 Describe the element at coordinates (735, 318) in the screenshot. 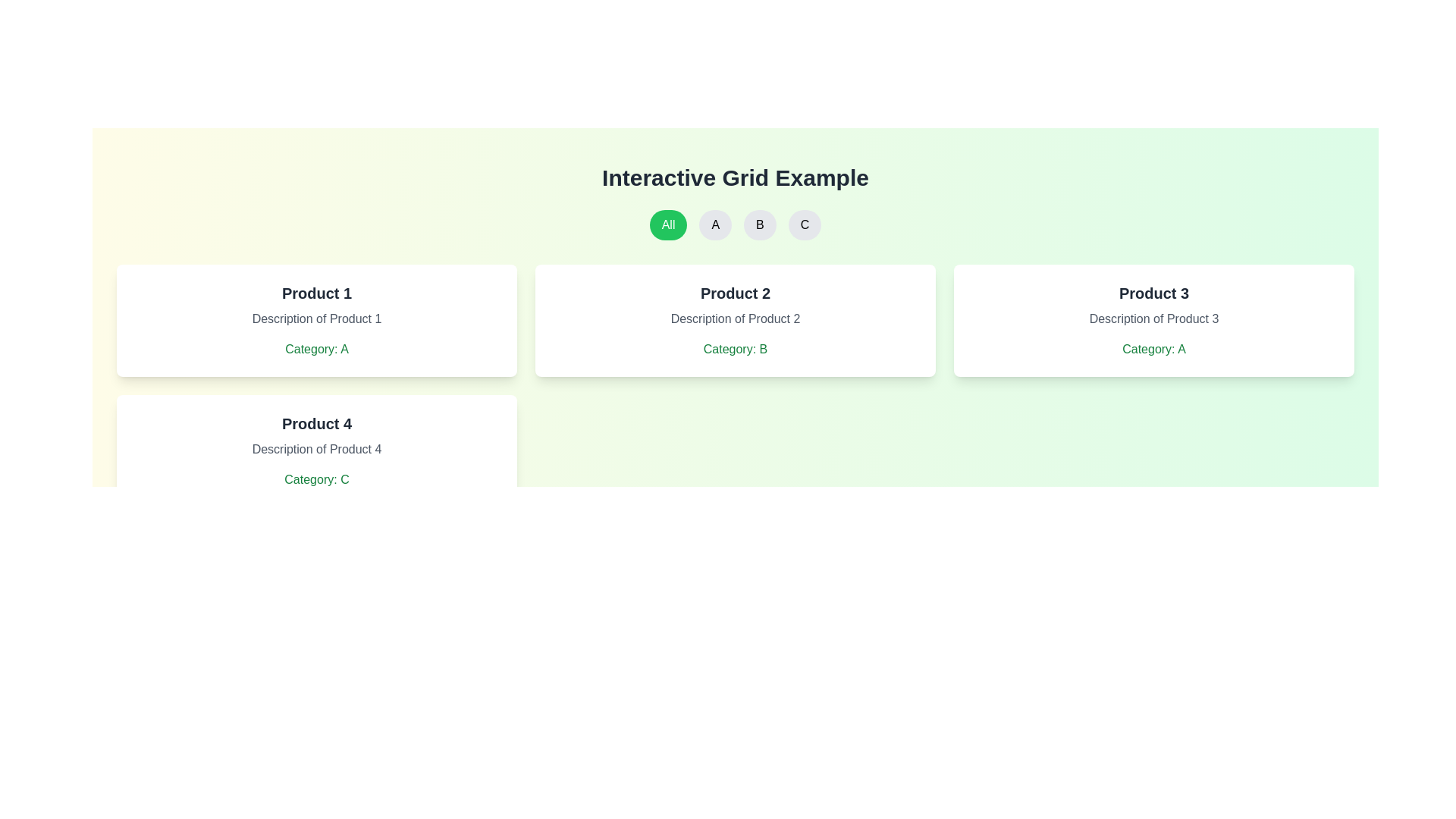

I see `the description text for 'Product 2', which is located in the central product card directly below the title and above the category indicator` at that location.